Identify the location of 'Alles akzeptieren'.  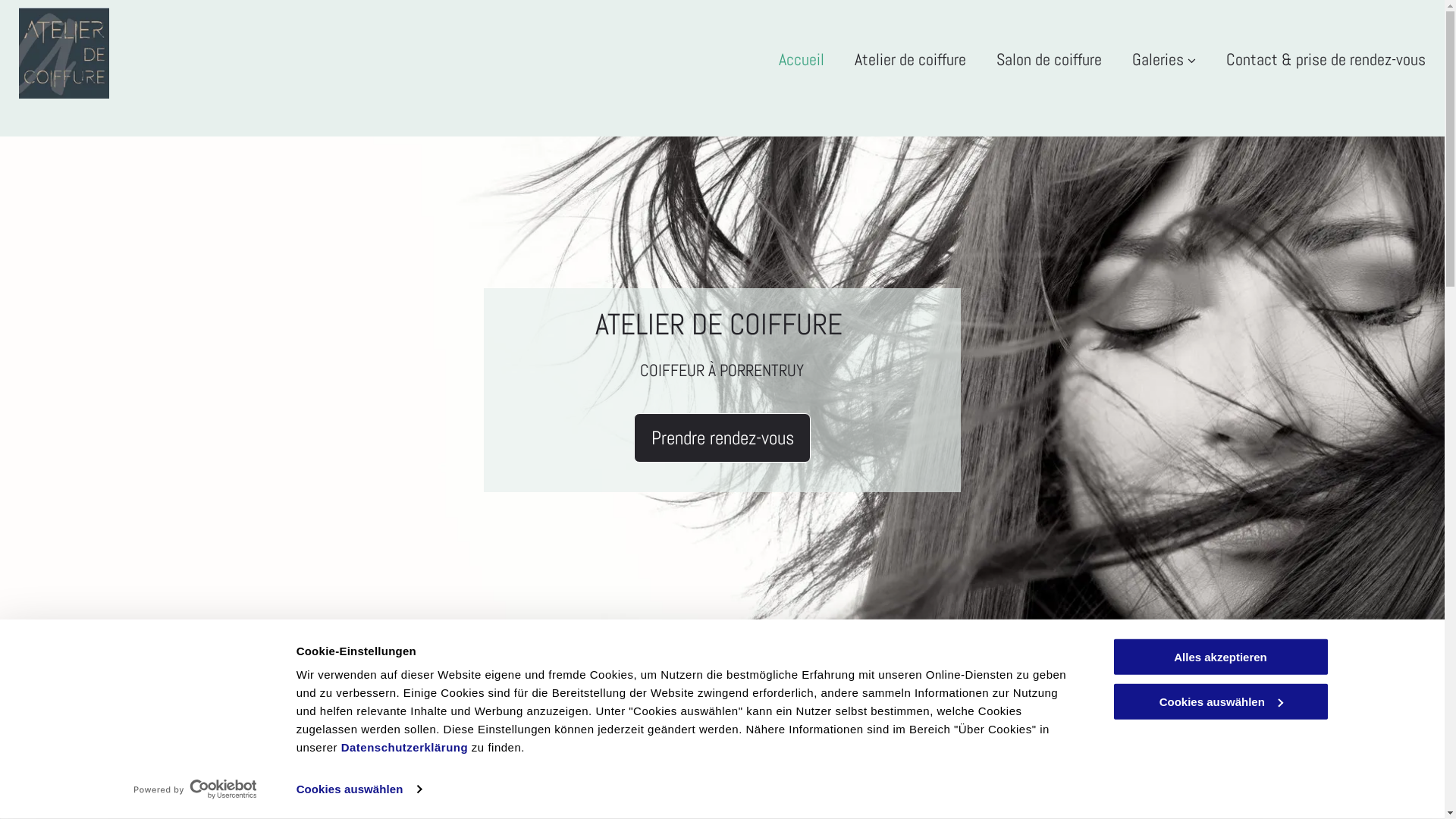
(1111, 656).